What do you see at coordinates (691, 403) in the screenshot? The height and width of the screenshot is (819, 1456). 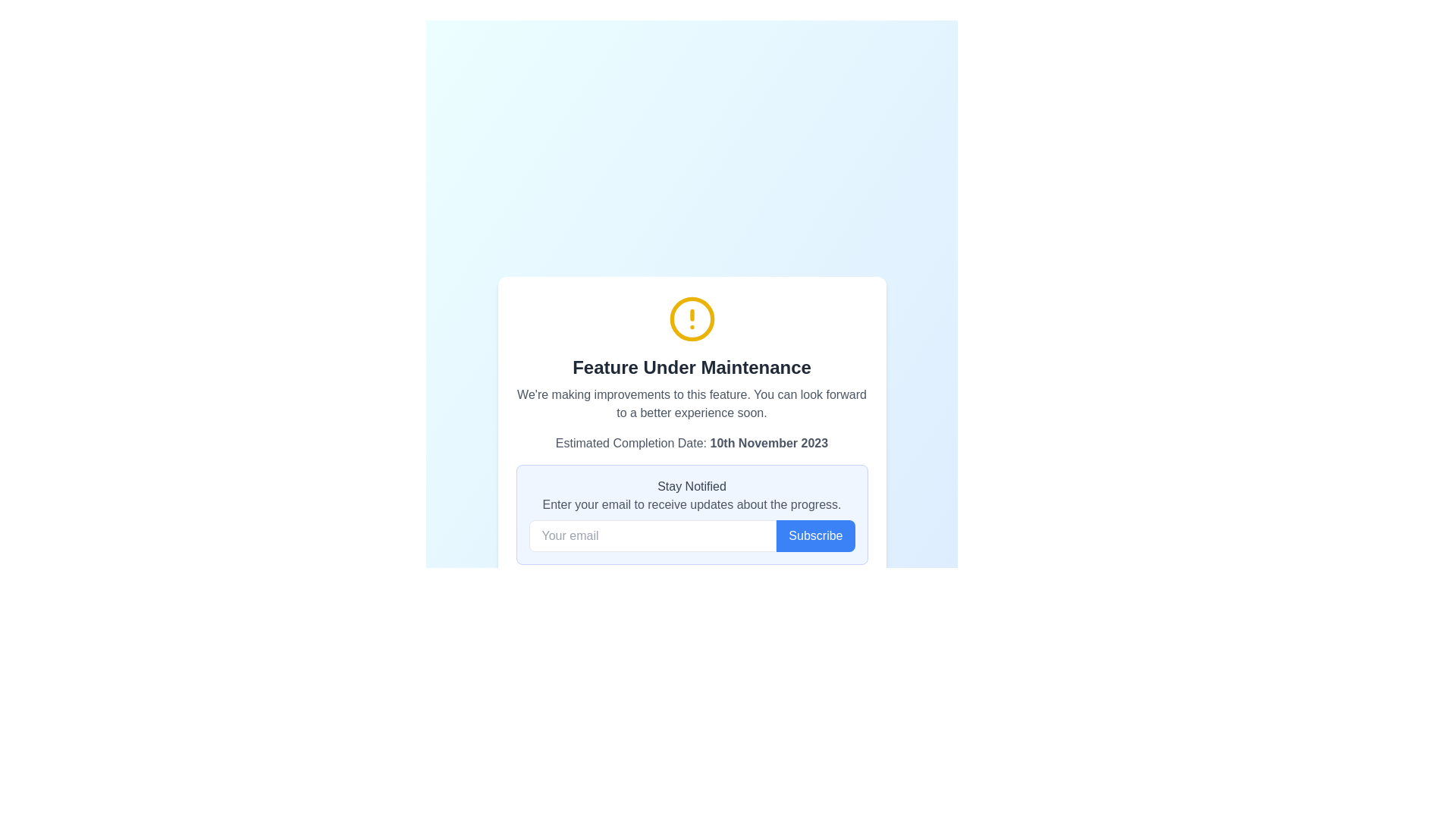 I see `the paragraph of gray text displayed in a smaller font size, positioned below the 'Feature Under Maintenance' heading and above the 'Estimated Completion Date: 10th November 2023'` at bounding box center [691, 403].